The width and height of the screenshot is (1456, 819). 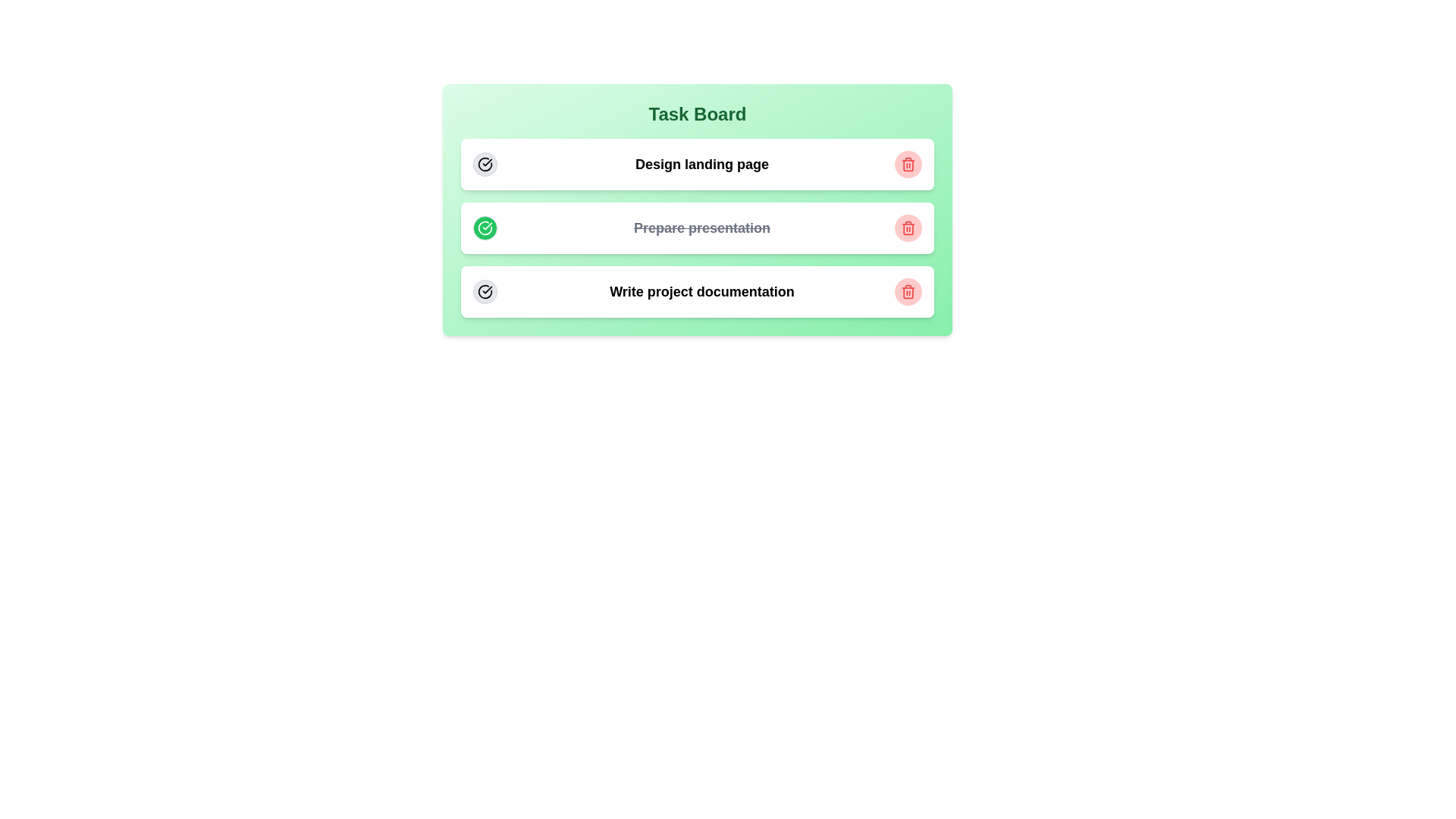 I want to click on the trash icon of the task with title Design landing page to delete it, so click(x=908, y=164).